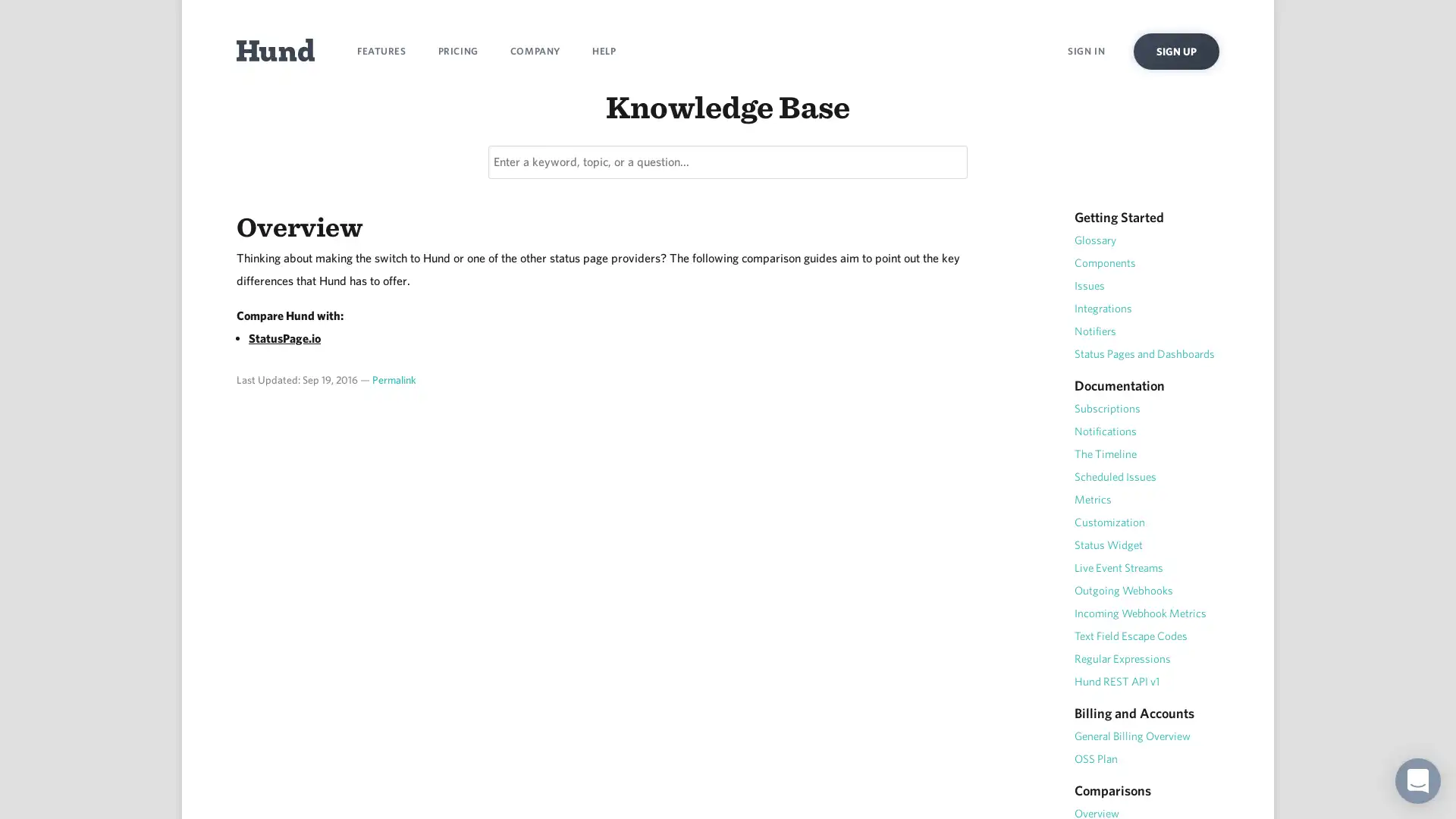 The image size is (1456, 819). Describe the element at coordinates (1417, 780) in the screenshot. I see `Open Intercom Messenger` at that location.